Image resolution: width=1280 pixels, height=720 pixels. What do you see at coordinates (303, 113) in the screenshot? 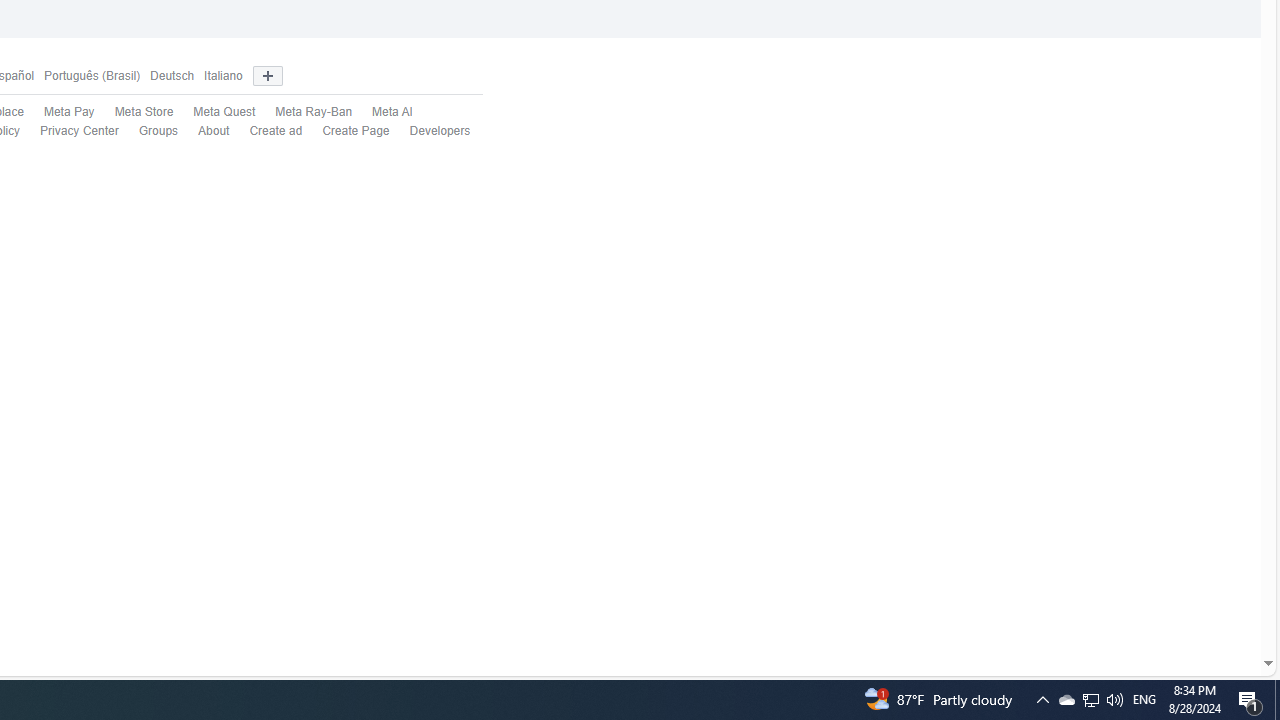
I see `'Meta Ray-Ban'` at bounding box center [303, 113].